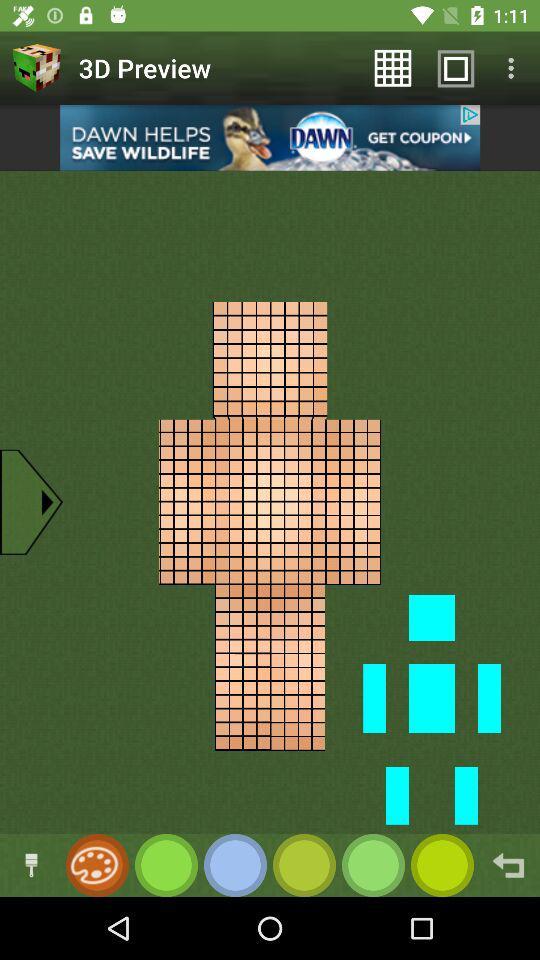  What do you see at coordinates (165, 864) in the screenshot?
I see `green color` at bounding box center [165, 864].